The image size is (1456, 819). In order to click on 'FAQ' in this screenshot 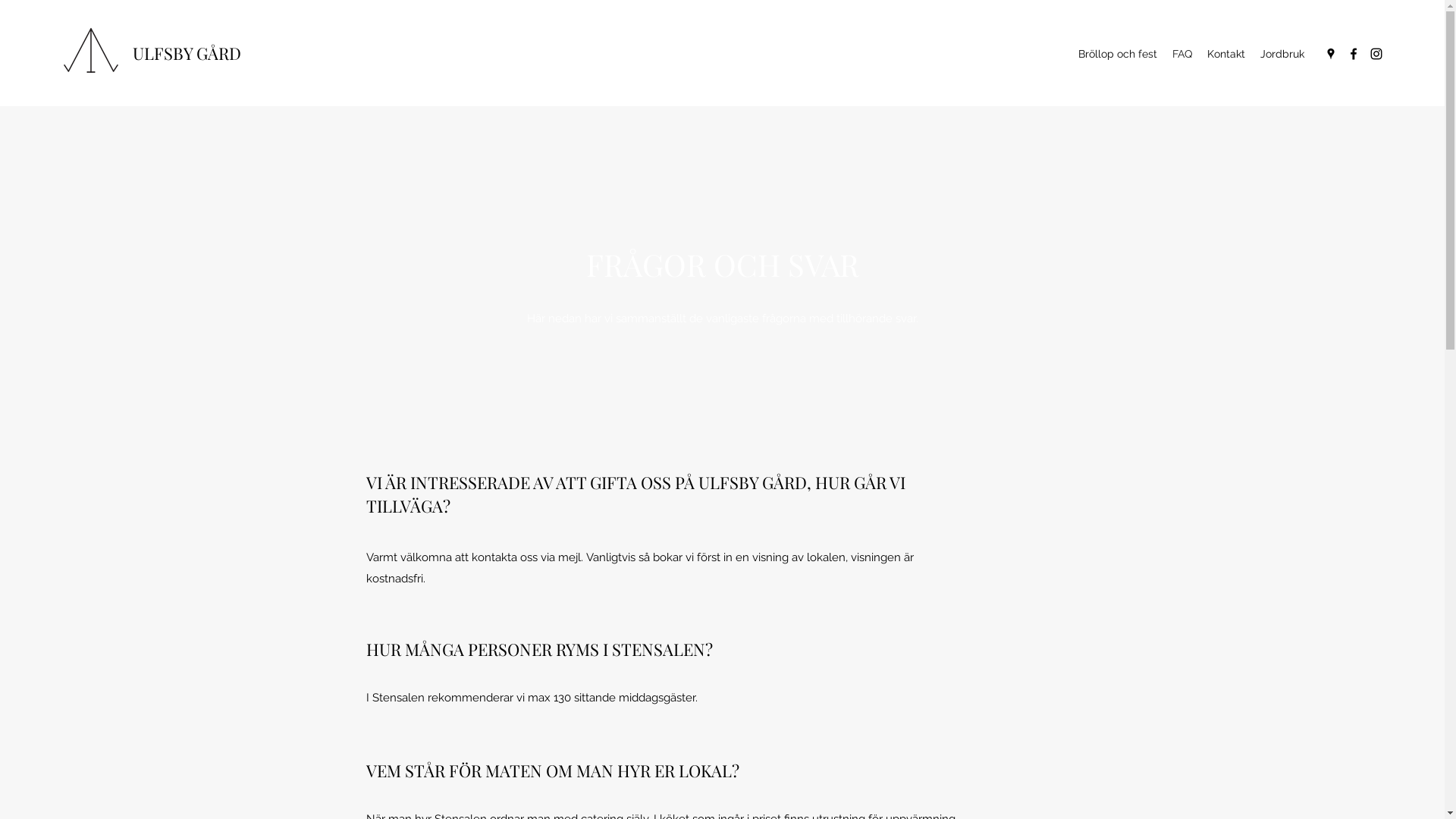, I will do `click(1164, 52)`.